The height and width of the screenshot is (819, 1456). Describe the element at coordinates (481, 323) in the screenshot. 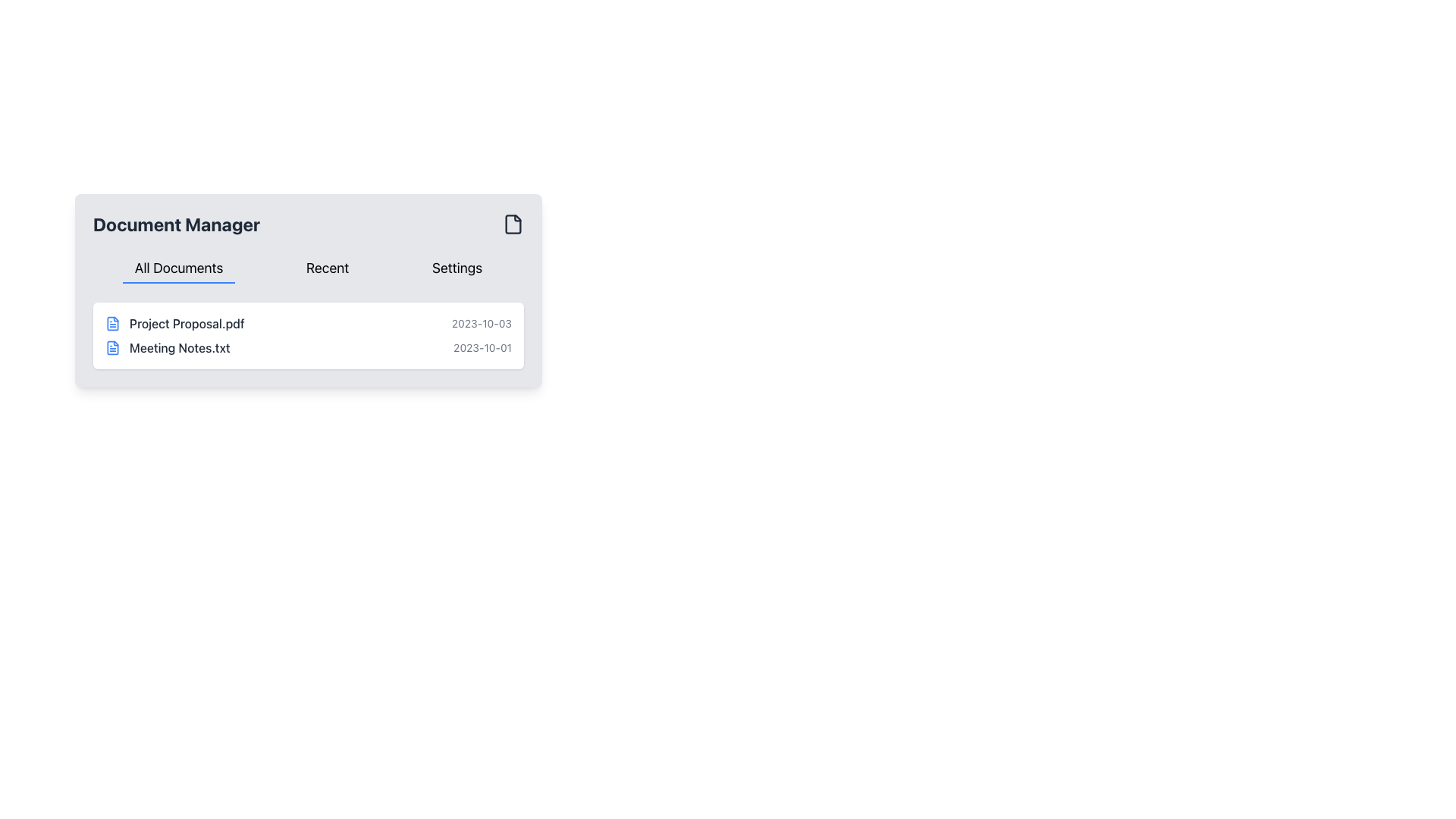

I see `the date indicator text located to the far-right of the 'Project Proposal.pdf' row` at that location.